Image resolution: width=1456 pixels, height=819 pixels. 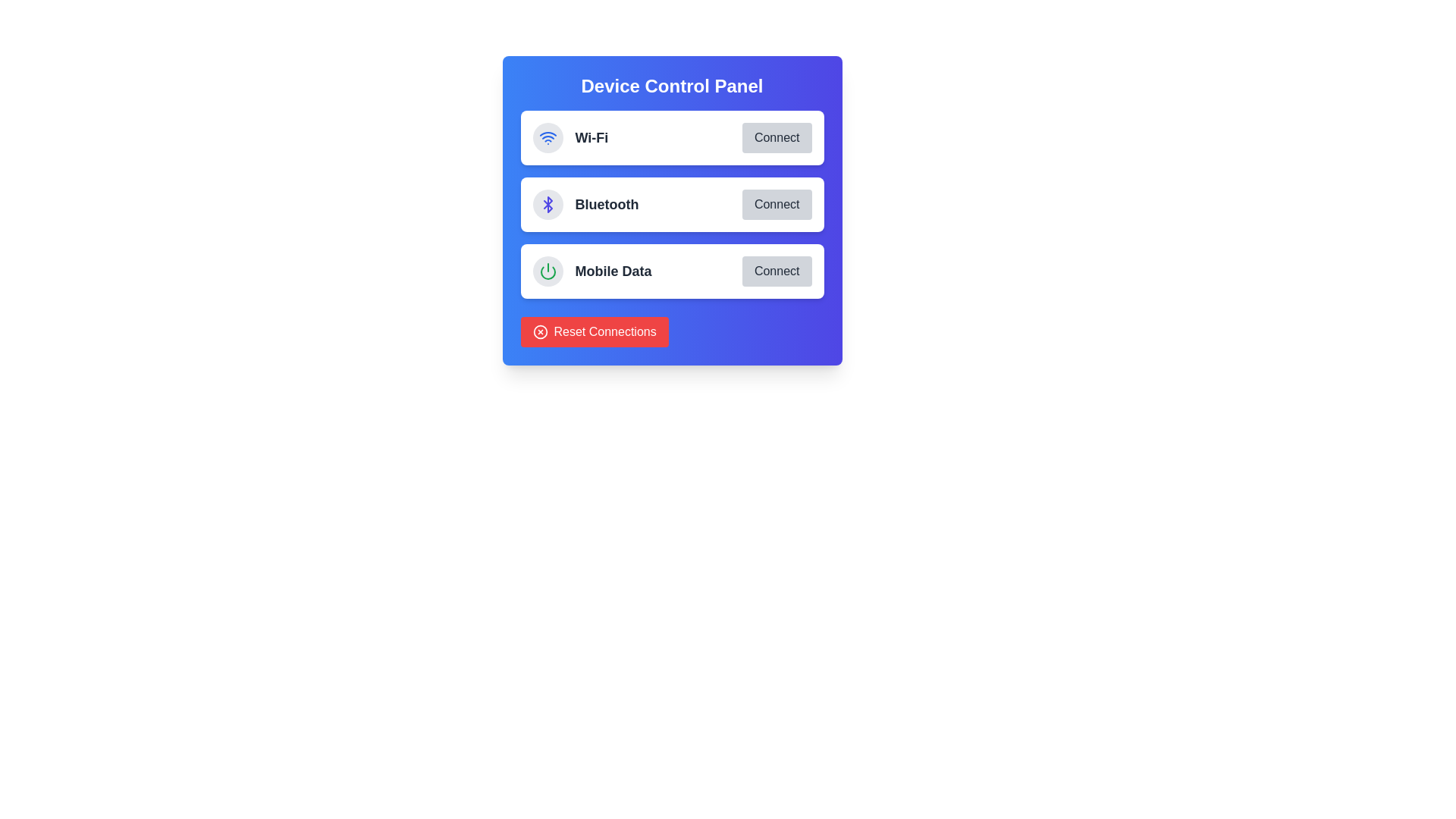 I want to click on the reset button located at the bottom of the 'Device Control Panel', underneath the 'Mobile Data' option, so click(x=594, y=331).